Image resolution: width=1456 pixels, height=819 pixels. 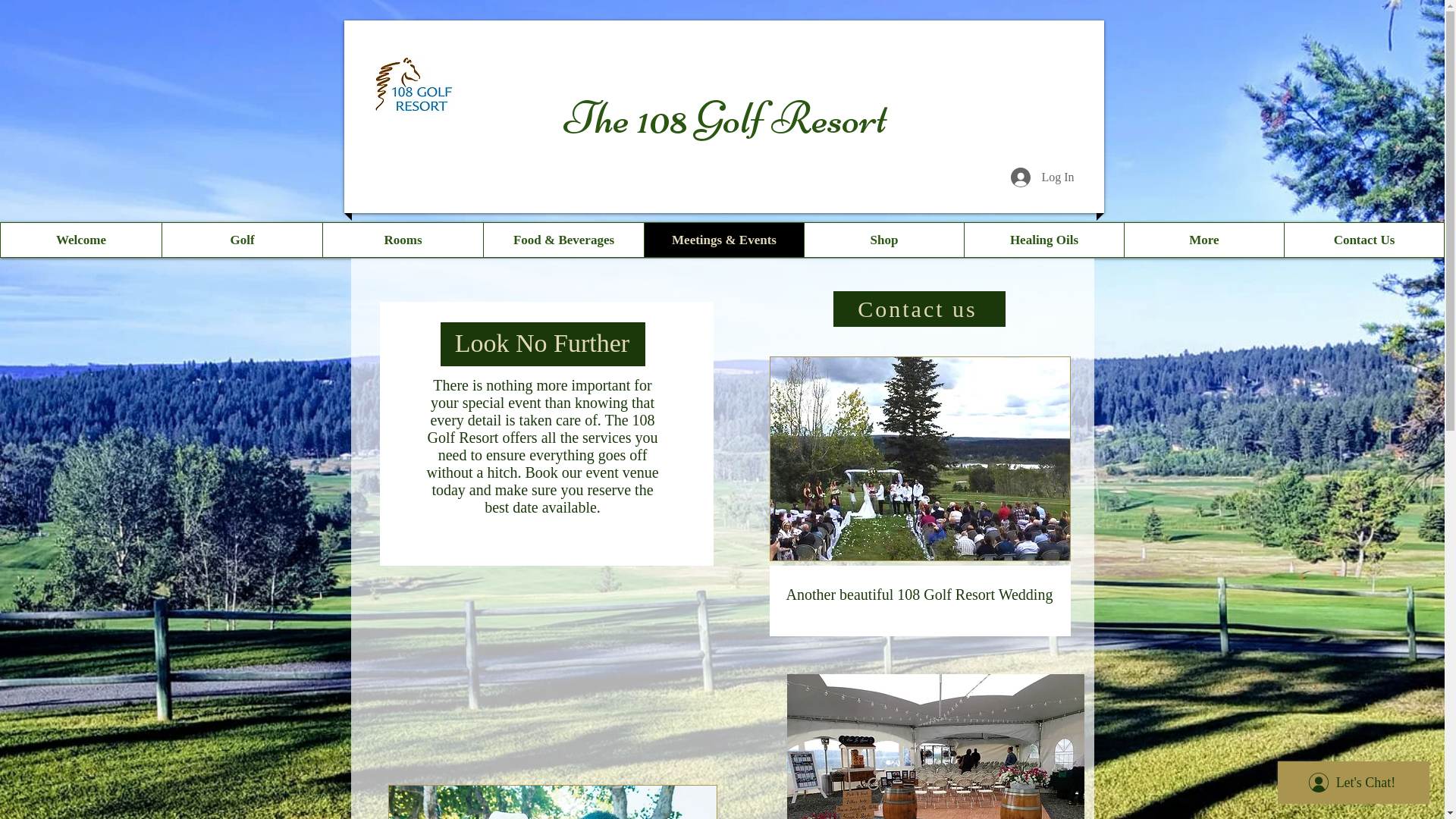 I want to click on 'Healing Oils', so click(x=963, y=239).